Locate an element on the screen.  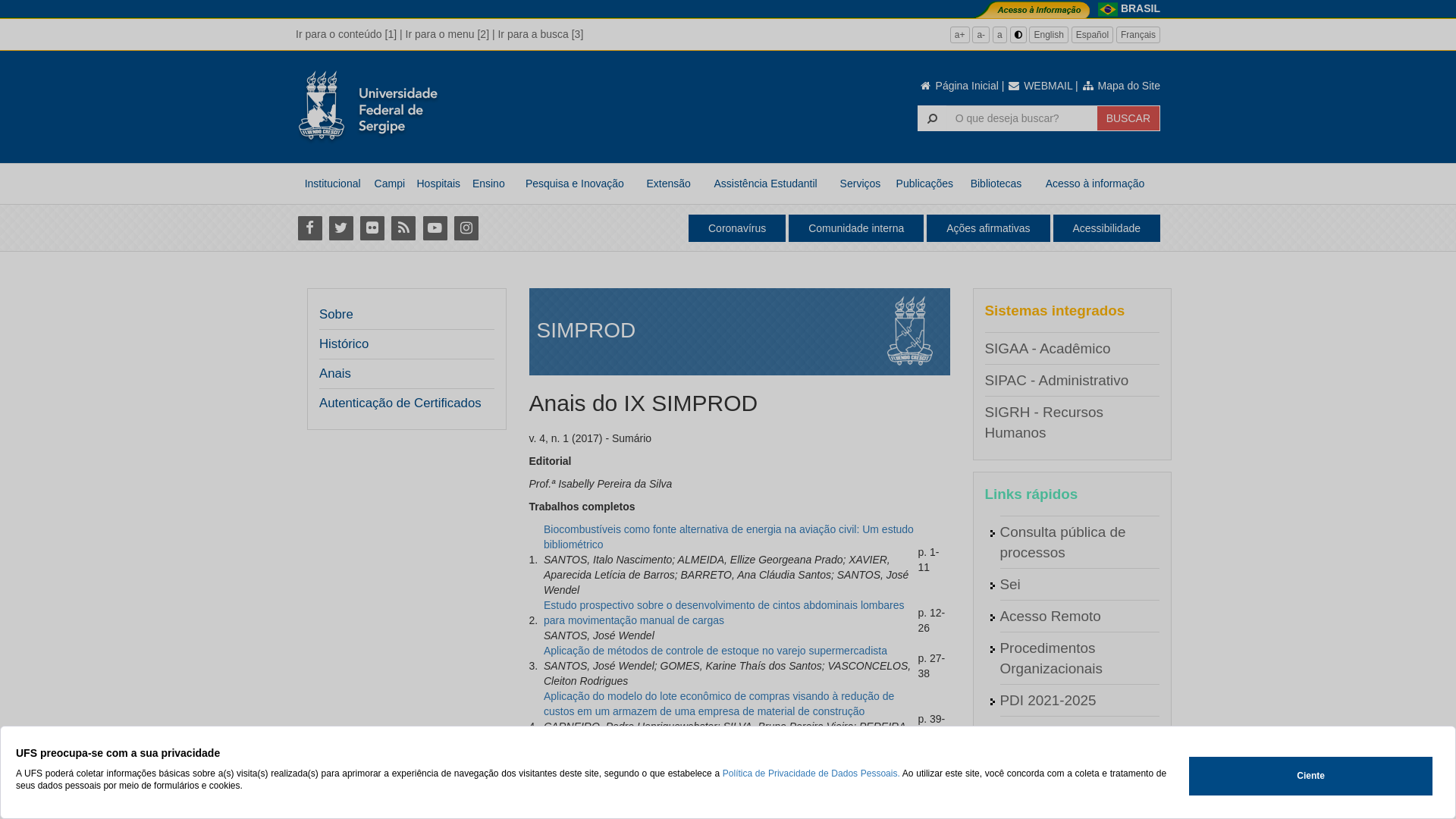
'Ensino' is located at coordinates (488, 183).